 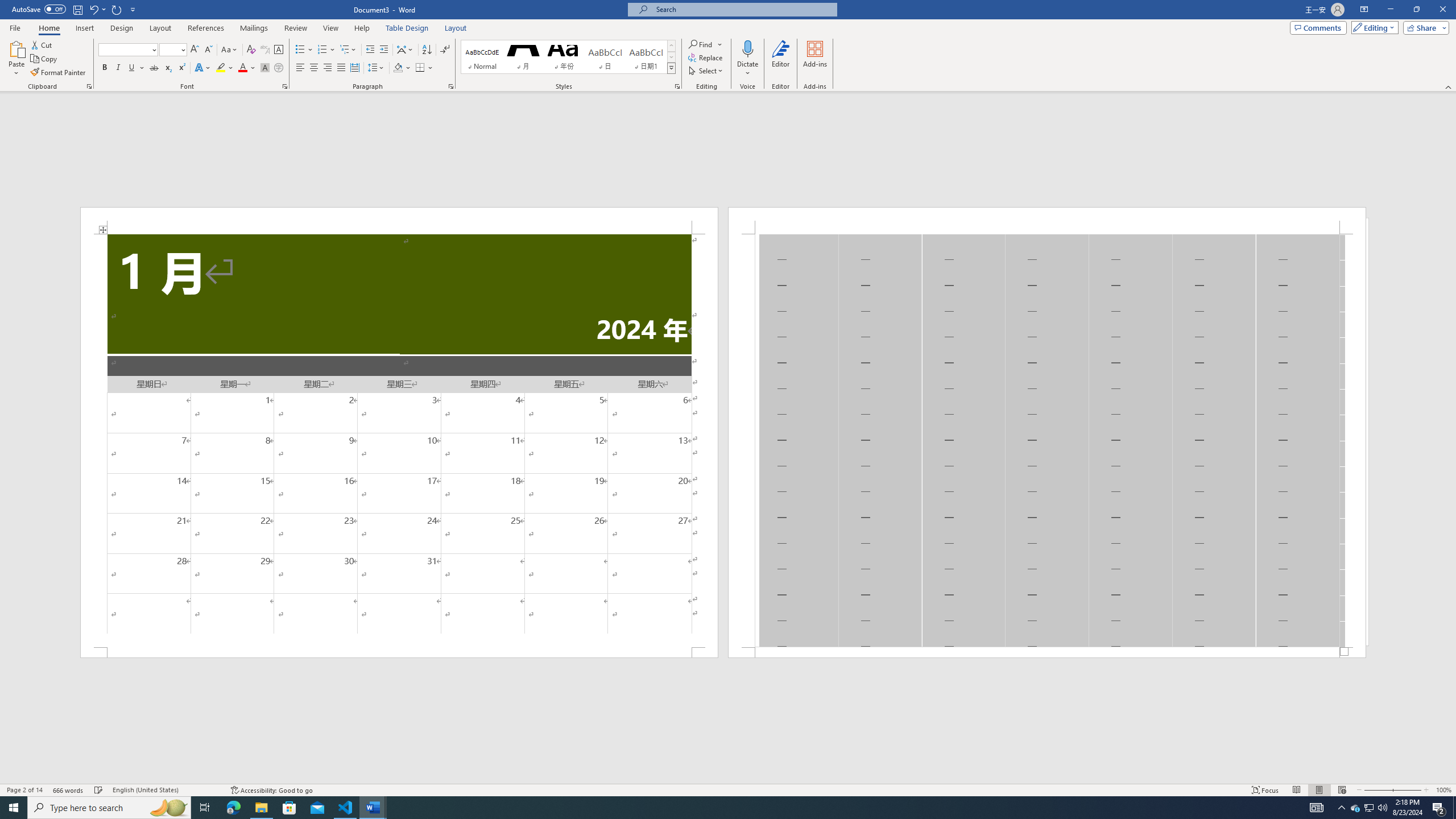 What do you see at coordinates (242, 67) in the screenshot?
I see `'Font Color RGB(255, 0, 0)'` at bounding box center [242, 67].